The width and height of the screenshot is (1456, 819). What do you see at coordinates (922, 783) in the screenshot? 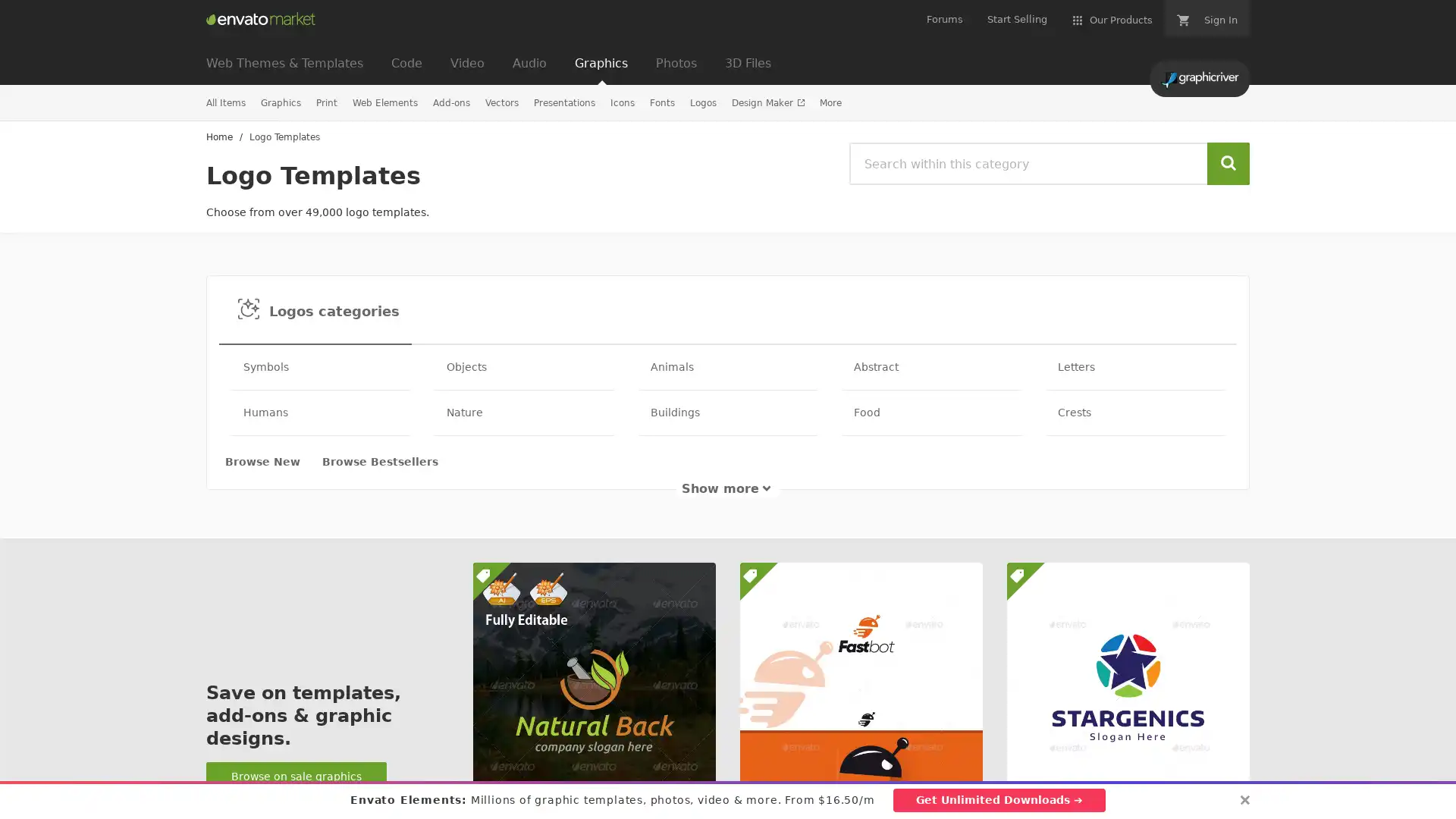
I see `Add to collection` at bounding box center [922, 783].